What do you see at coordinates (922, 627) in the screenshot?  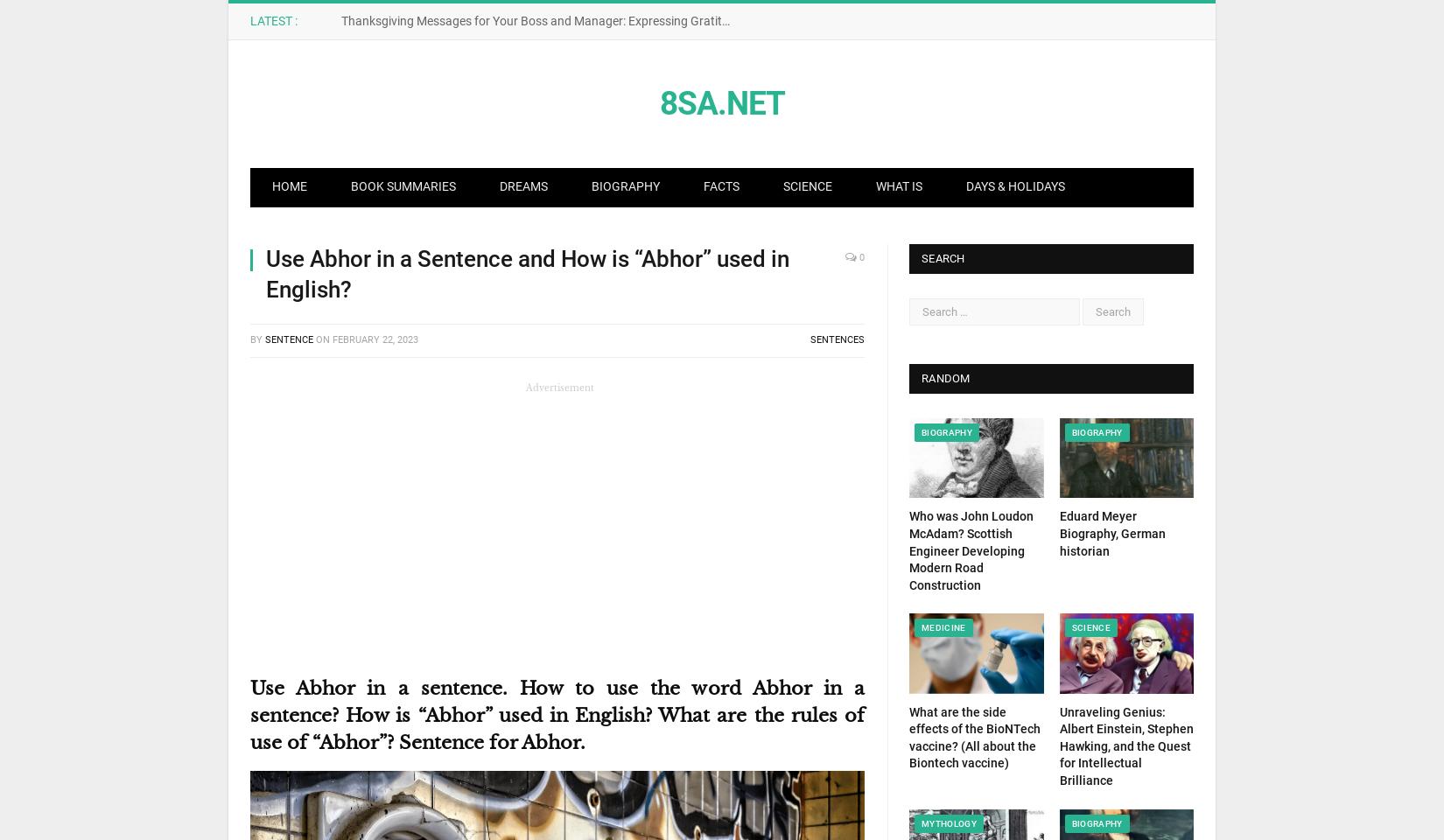 I see `'Medicine'` at bounding box center [922, 627].